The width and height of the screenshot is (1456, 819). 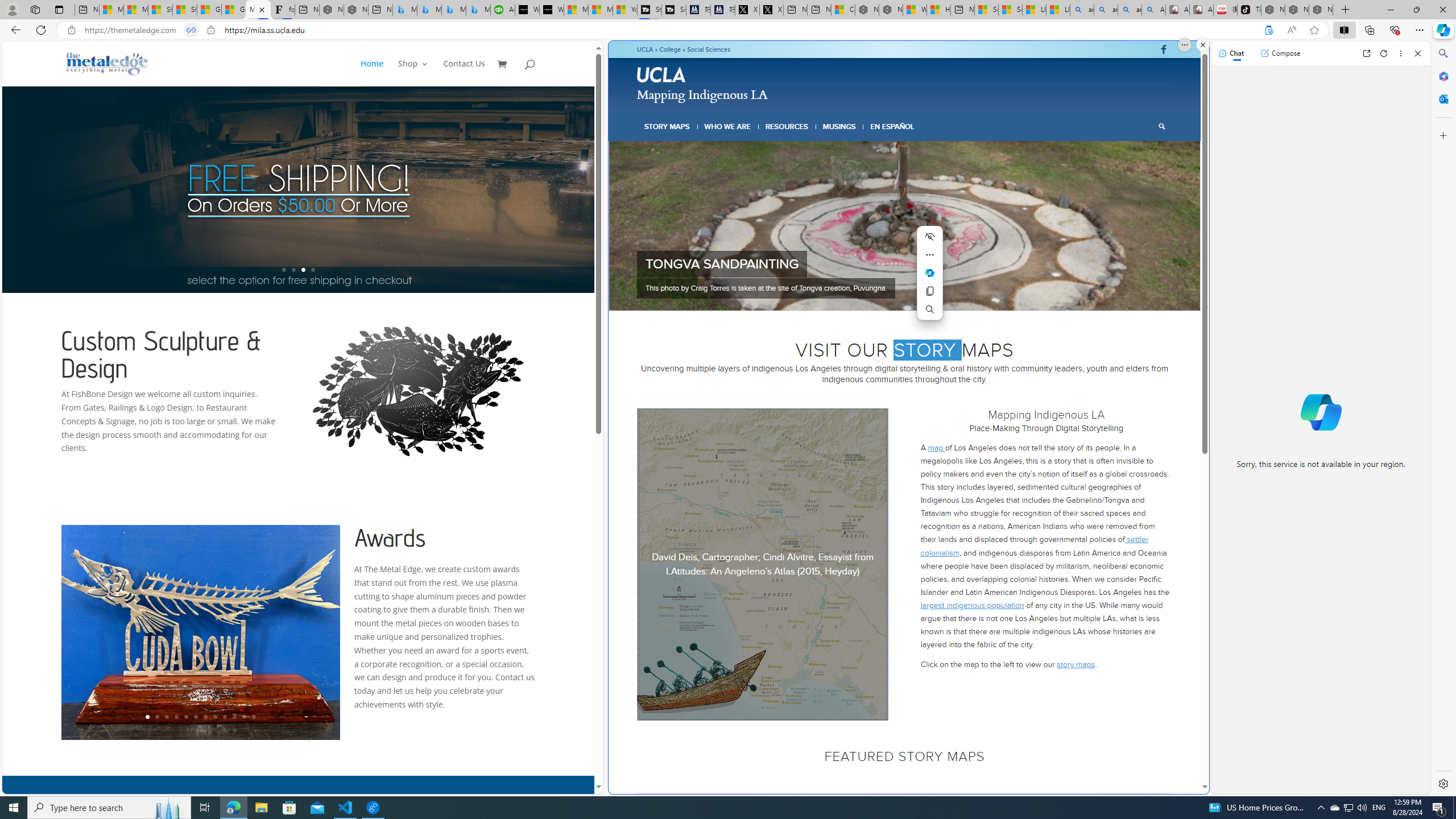 What do you see at coordinates (1106, 9) in the screenshot?
I see `'amazon - Search'` at bounding box center [1106, 9].